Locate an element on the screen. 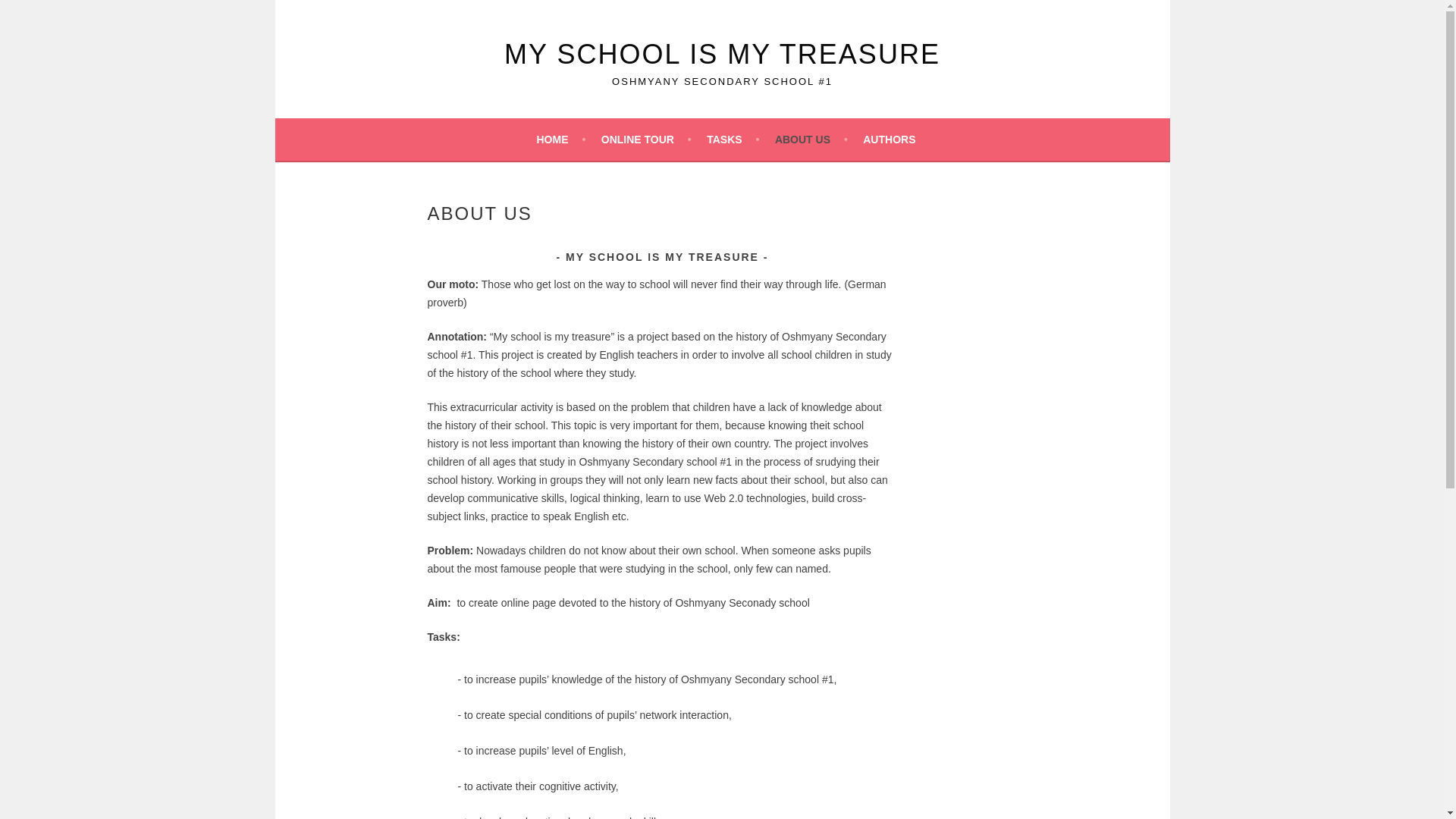 This screenshot has width=1456, height=819. 'TASKS' is located at coordinates (733, 140).